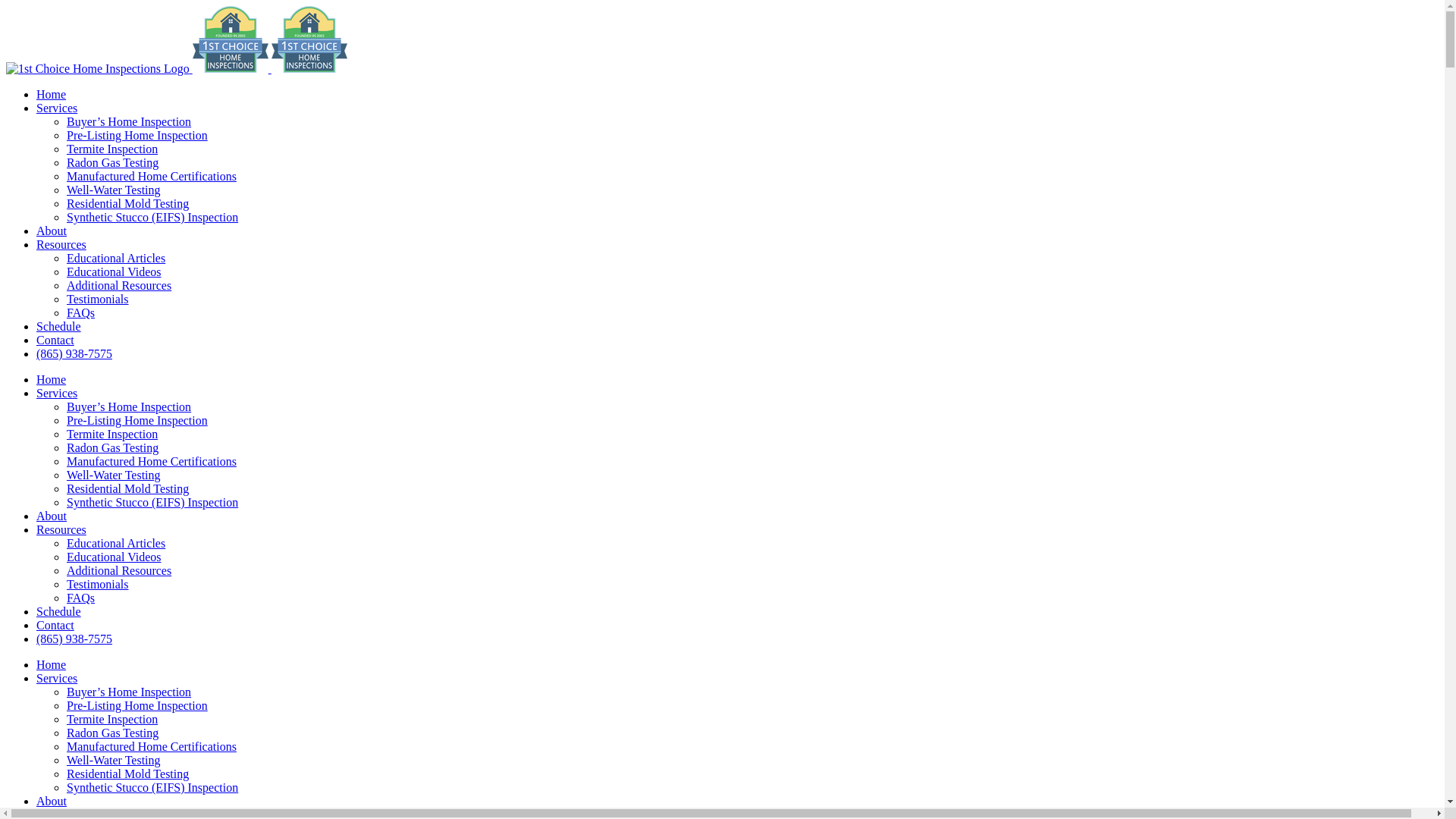 This screenshot has width=1456, height=819. What do you see at coordinates (65, 570) in the screenshot?
I see `'Additional Resources'` at bounding box center [65, 570].